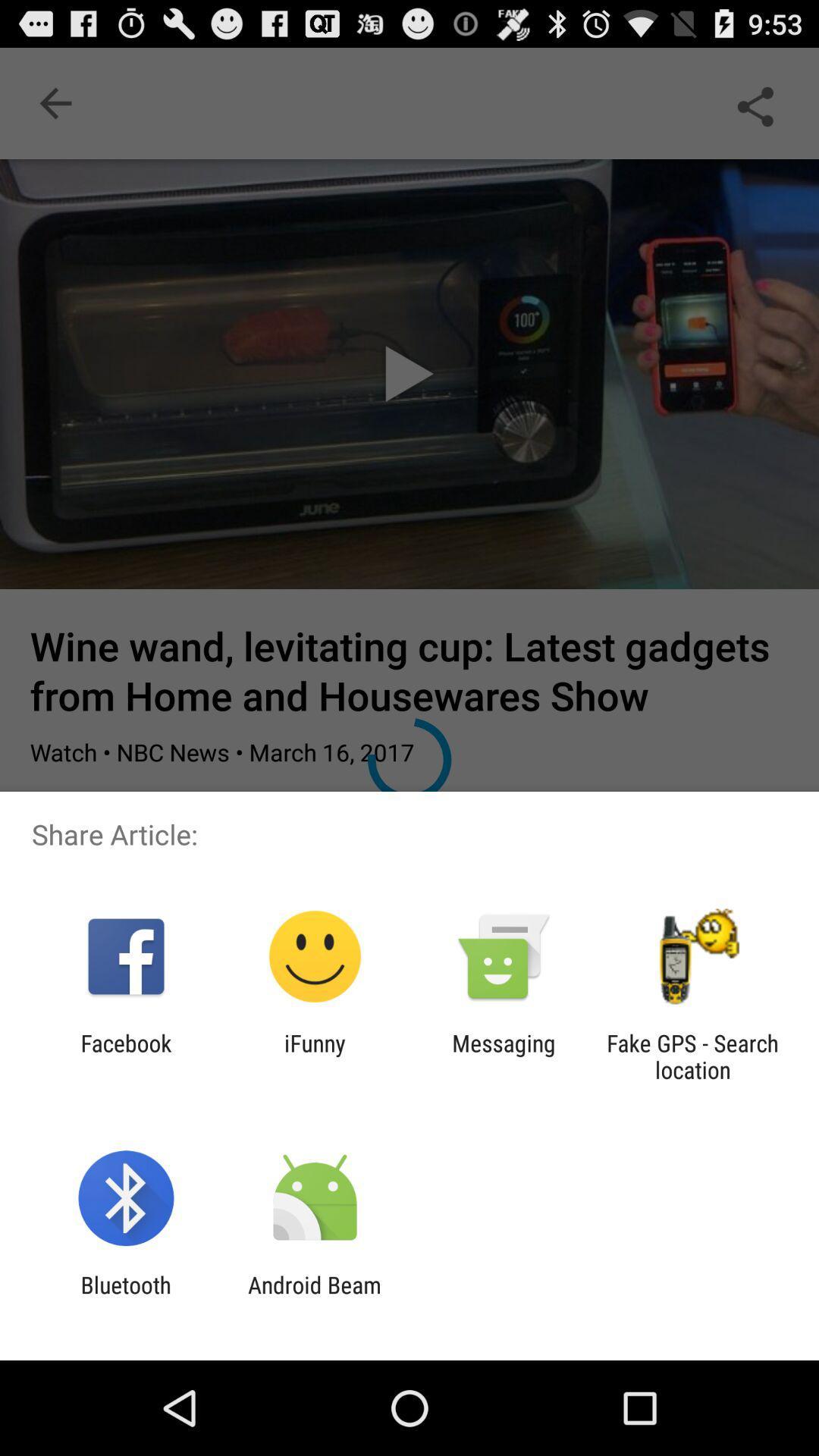  What do you see at coordinates (125, 1298) in the screenshot?
I see `app to the left of android beam app` at bounding box center [125, 1298].